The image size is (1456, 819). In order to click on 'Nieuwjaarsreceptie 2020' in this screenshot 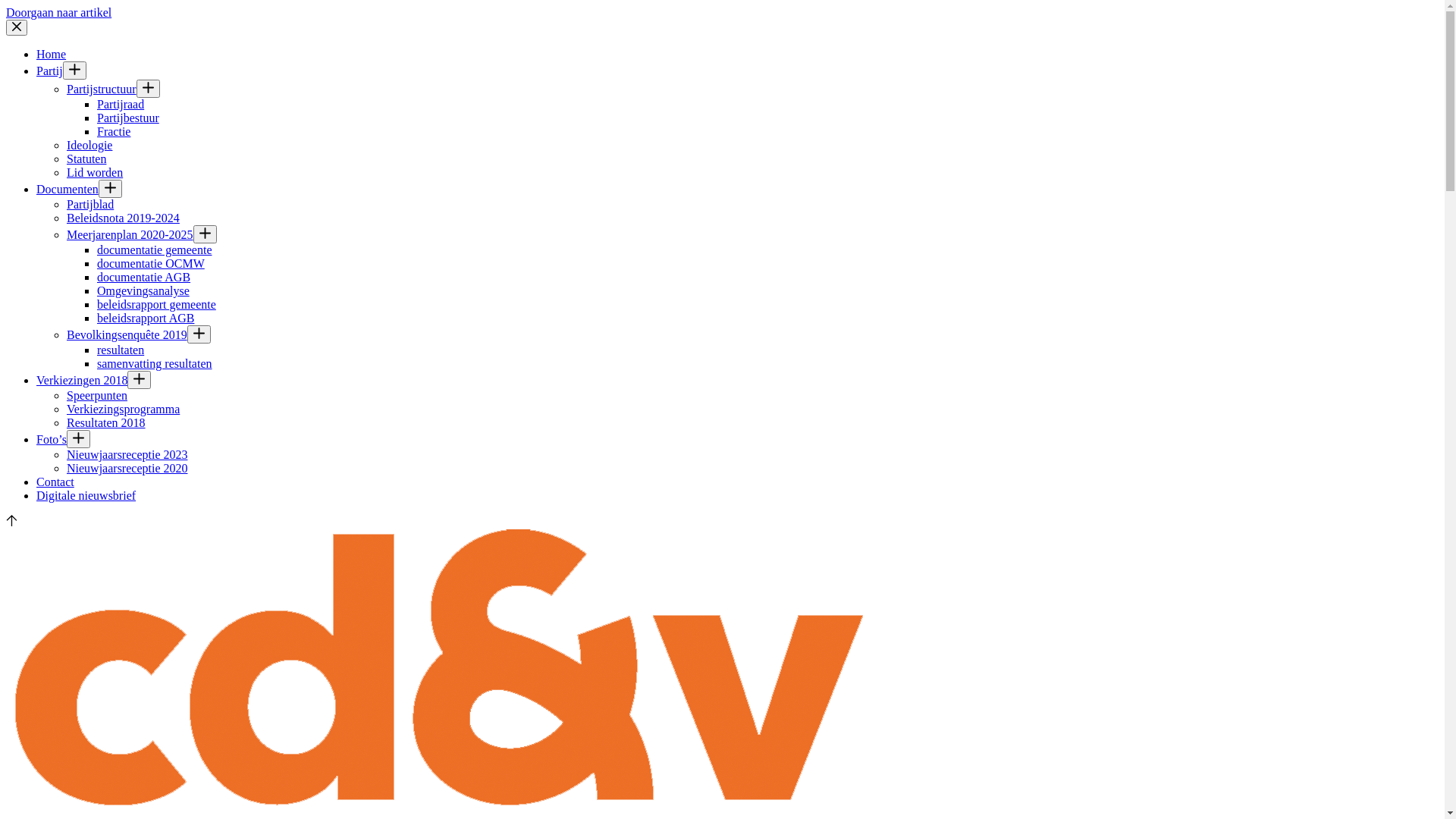, I will do `click(127, 467)`.